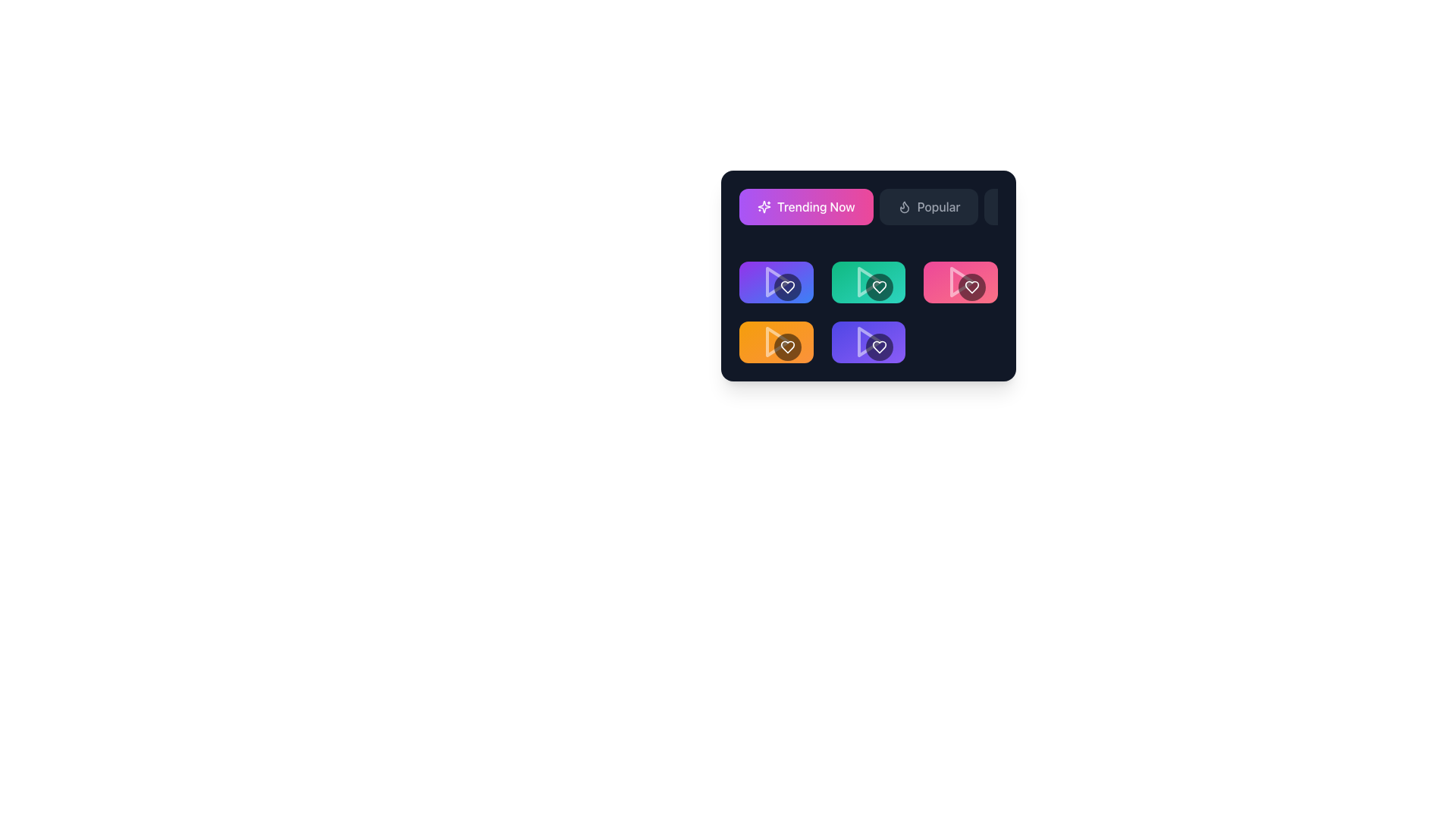  I want to click on the heart-shaped icon located in the sixth card under the 'Trending Now' section, which features a minimal design with a thin stroke outline, so click(880, 347).